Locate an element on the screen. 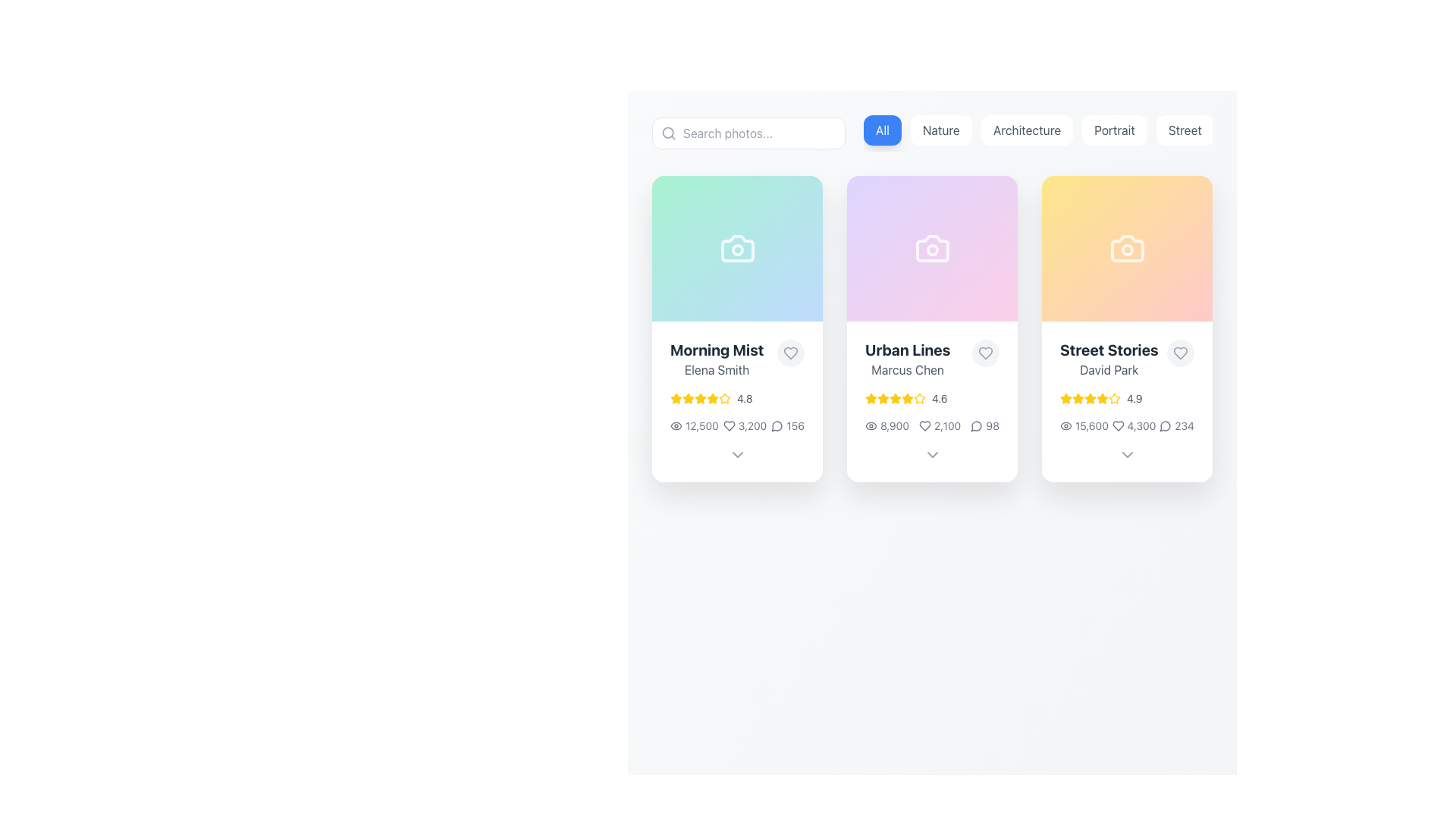 The width and height of the screenshot is (1456, 819). the downward chevron icon located at the bottom section of the leftmost card labeled 'Morning Mist' is located at coordinates (737, 454).